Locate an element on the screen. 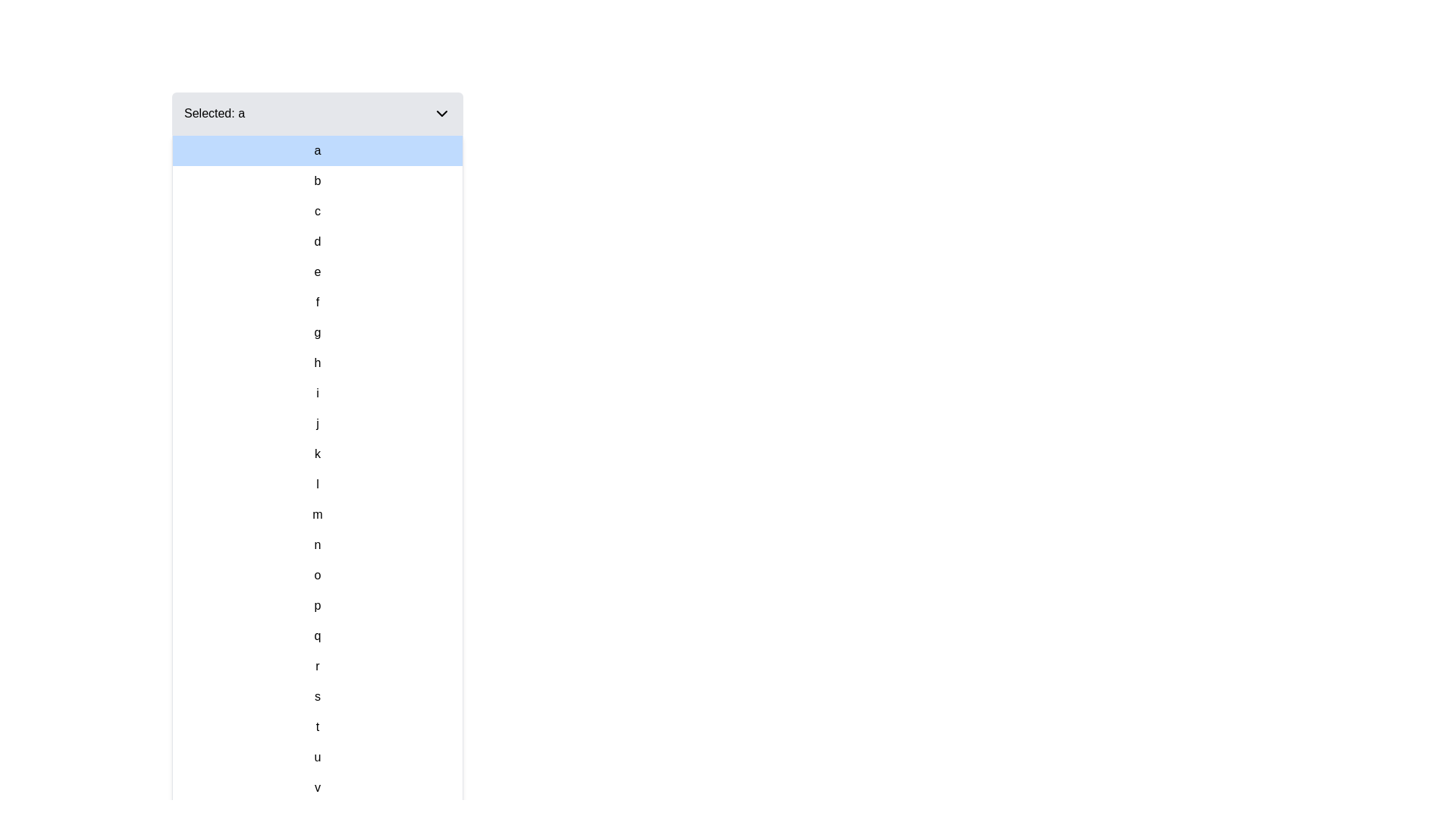 The image size is (1456, 819). the dropdown trigger area that displays 'Selected: a' is located at coordinates (316, 113).